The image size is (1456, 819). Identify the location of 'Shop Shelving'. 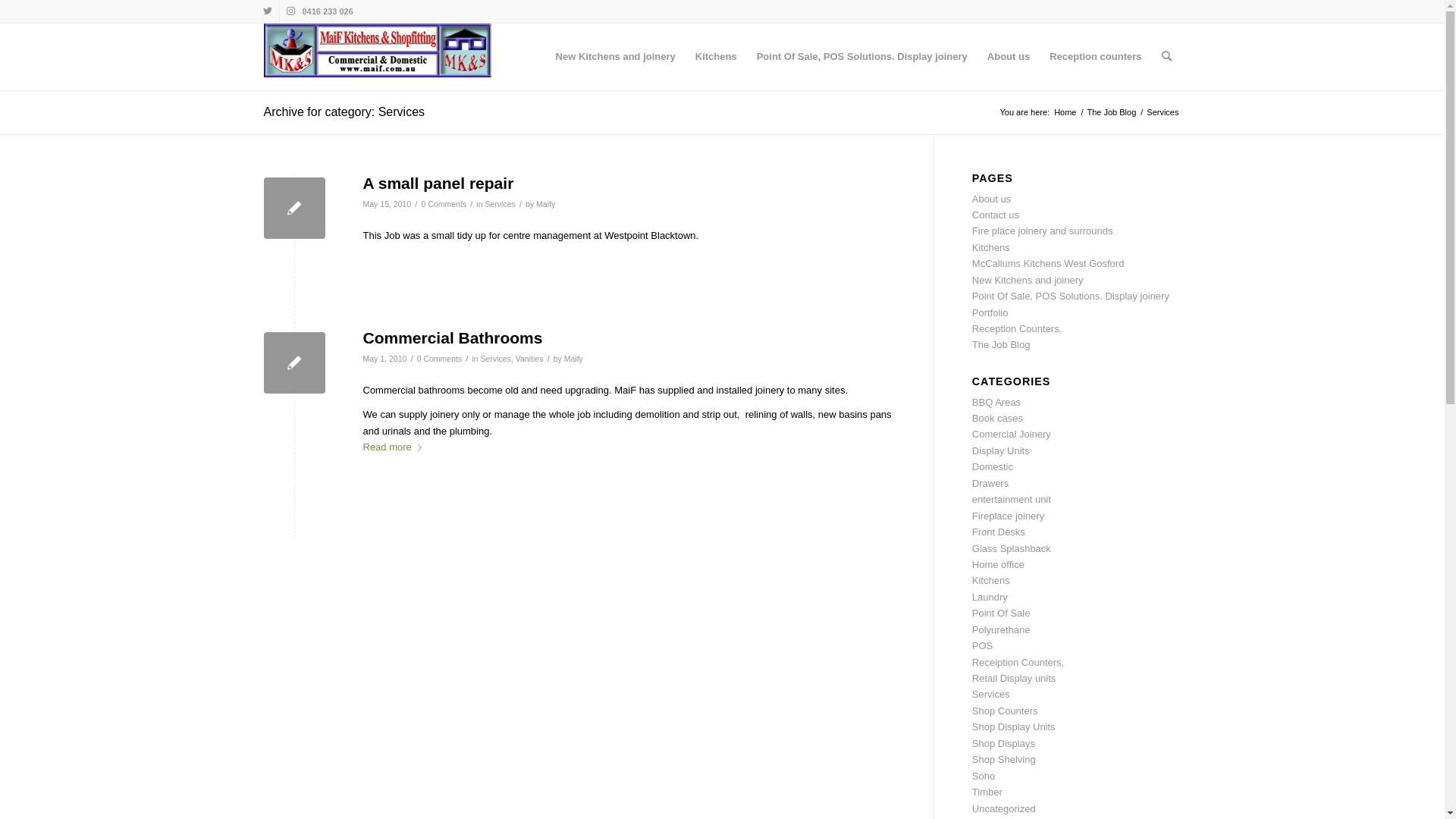
(1004, 759).